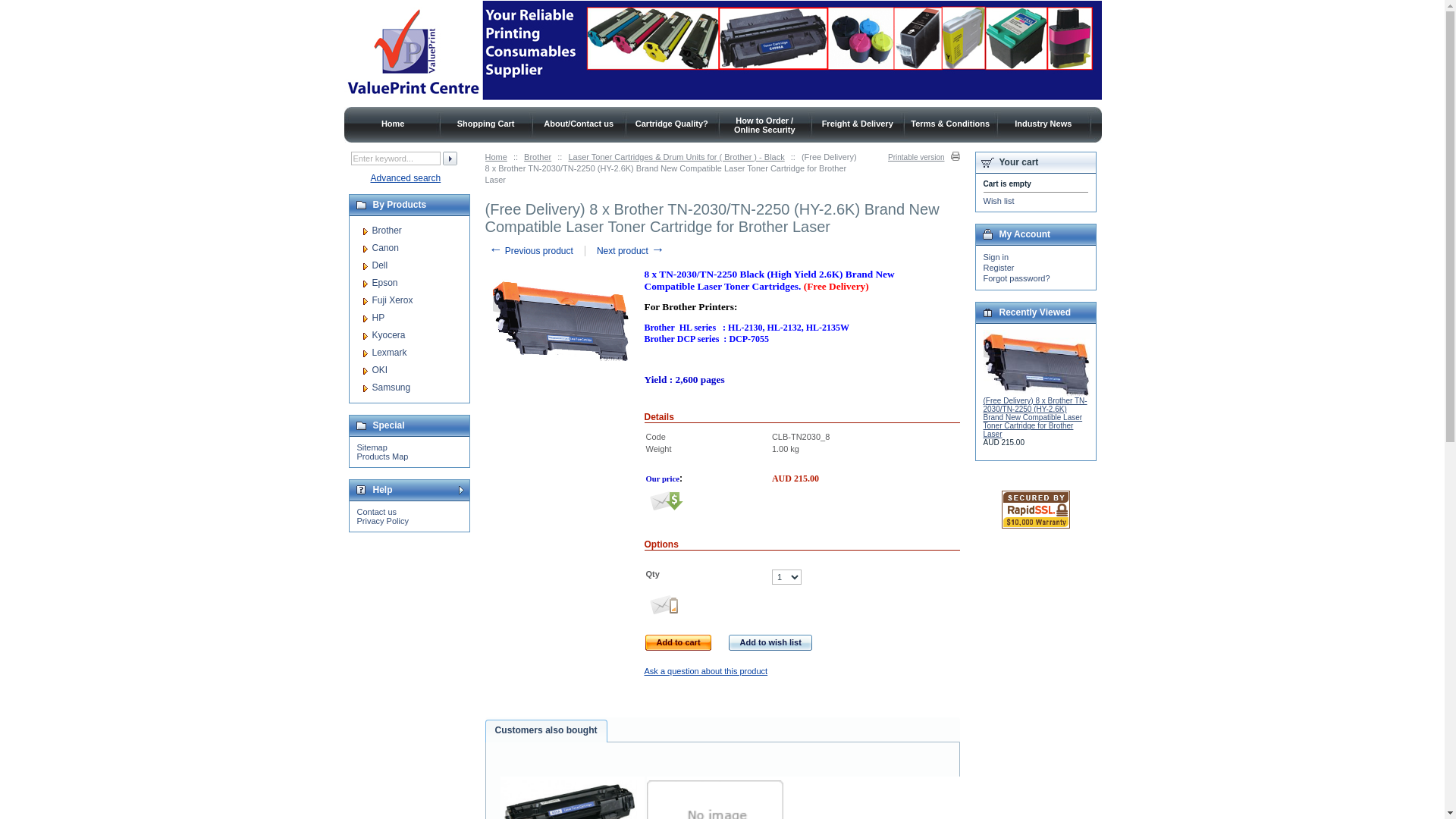 The width and height of the screenshot is (1456, 819). I want to click on 'Cartridge Quality?', so click(671, 122).